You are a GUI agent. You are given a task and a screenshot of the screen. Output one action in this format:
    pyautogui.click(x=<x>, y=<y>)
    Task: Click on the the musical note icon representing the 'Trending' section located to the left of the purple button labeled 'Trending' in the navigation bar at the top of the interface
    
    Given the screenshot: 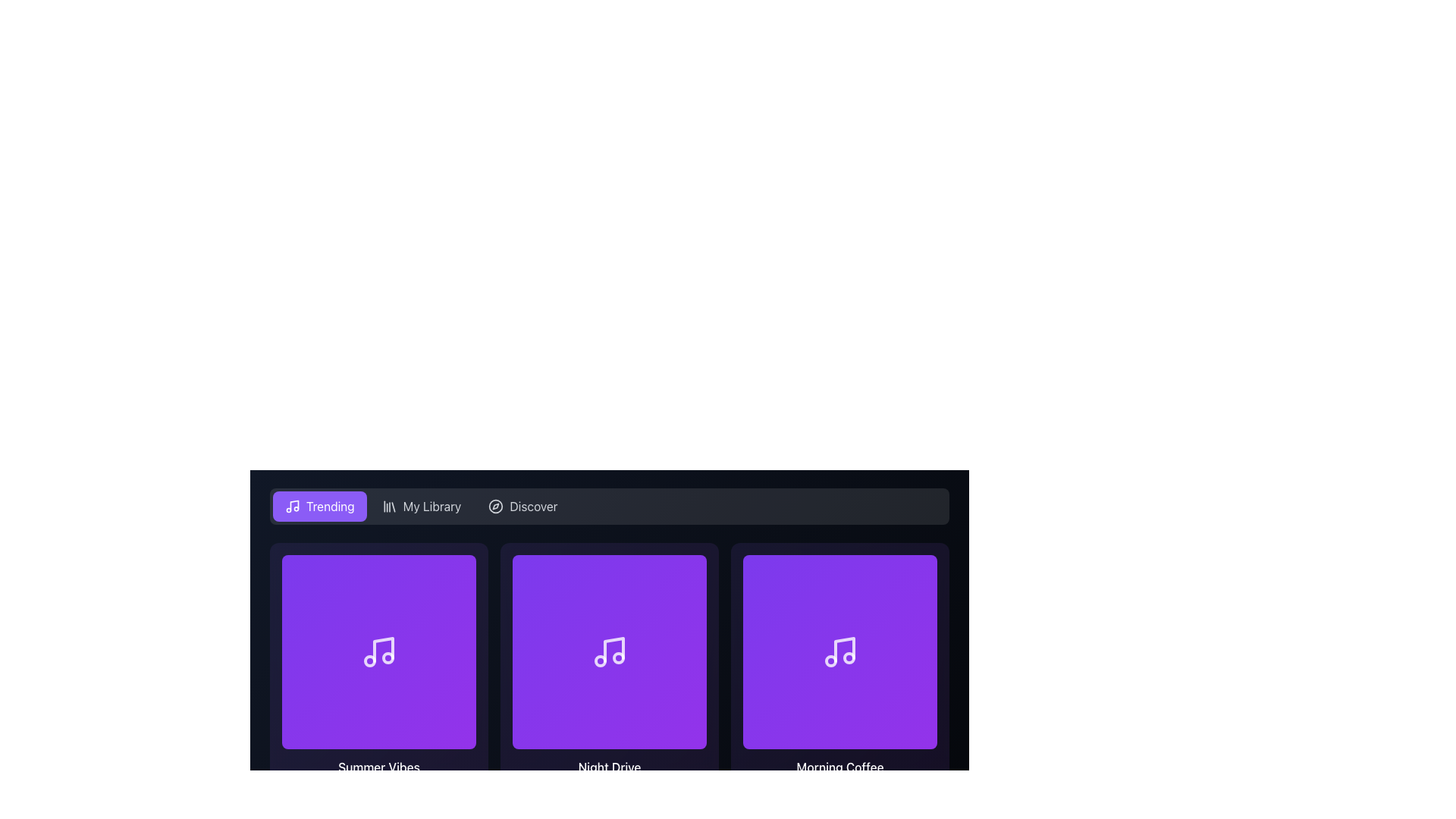 What is the action you would take?
    pyautogui.click(x=292, y=506)
    